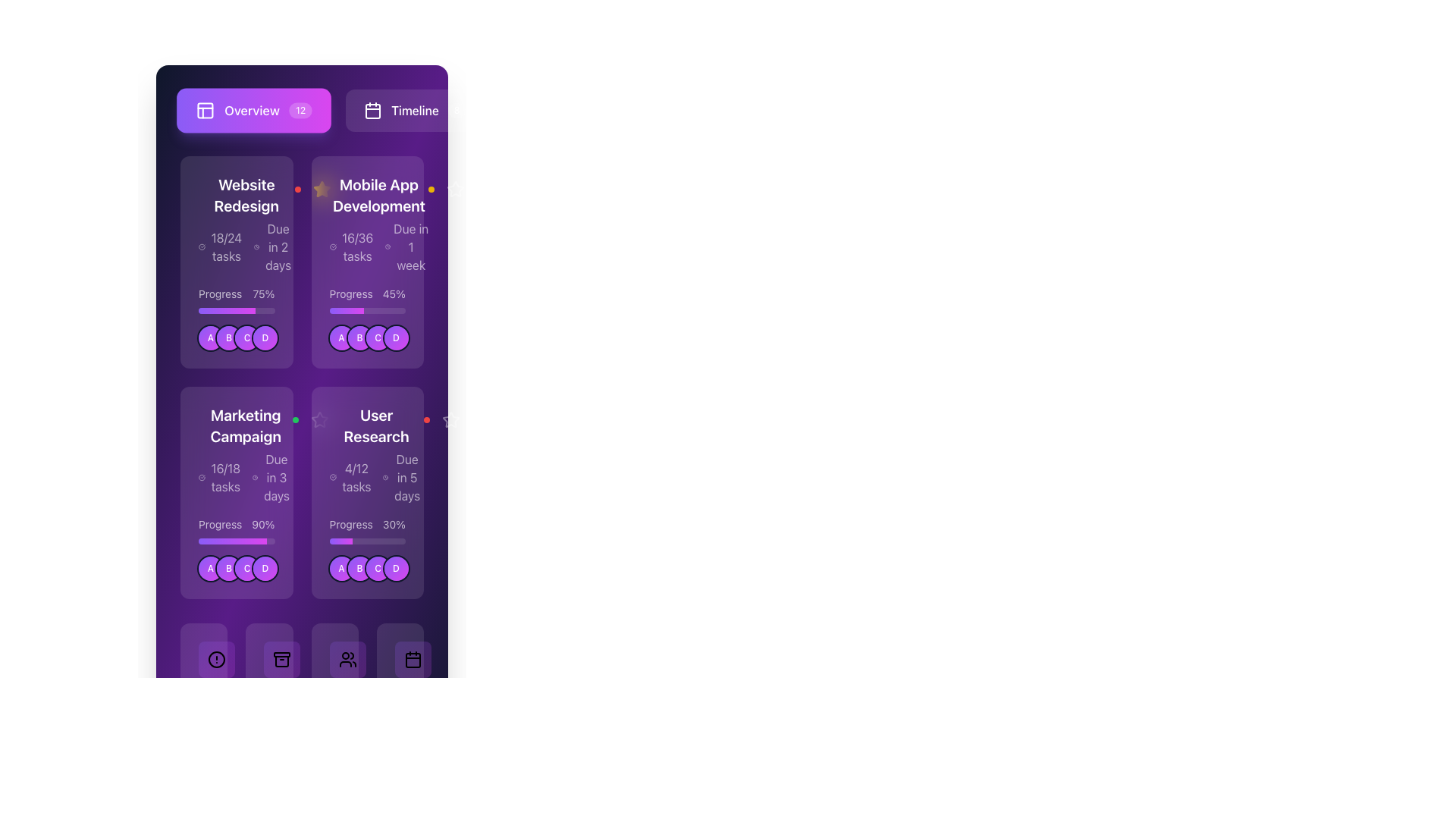  Describe the element at coordinates (216, 659) in the screenshot. I see `the circular visual icon component, outlined in black and filled with purple, located within the bottom navigation bar at the far left` at that location.